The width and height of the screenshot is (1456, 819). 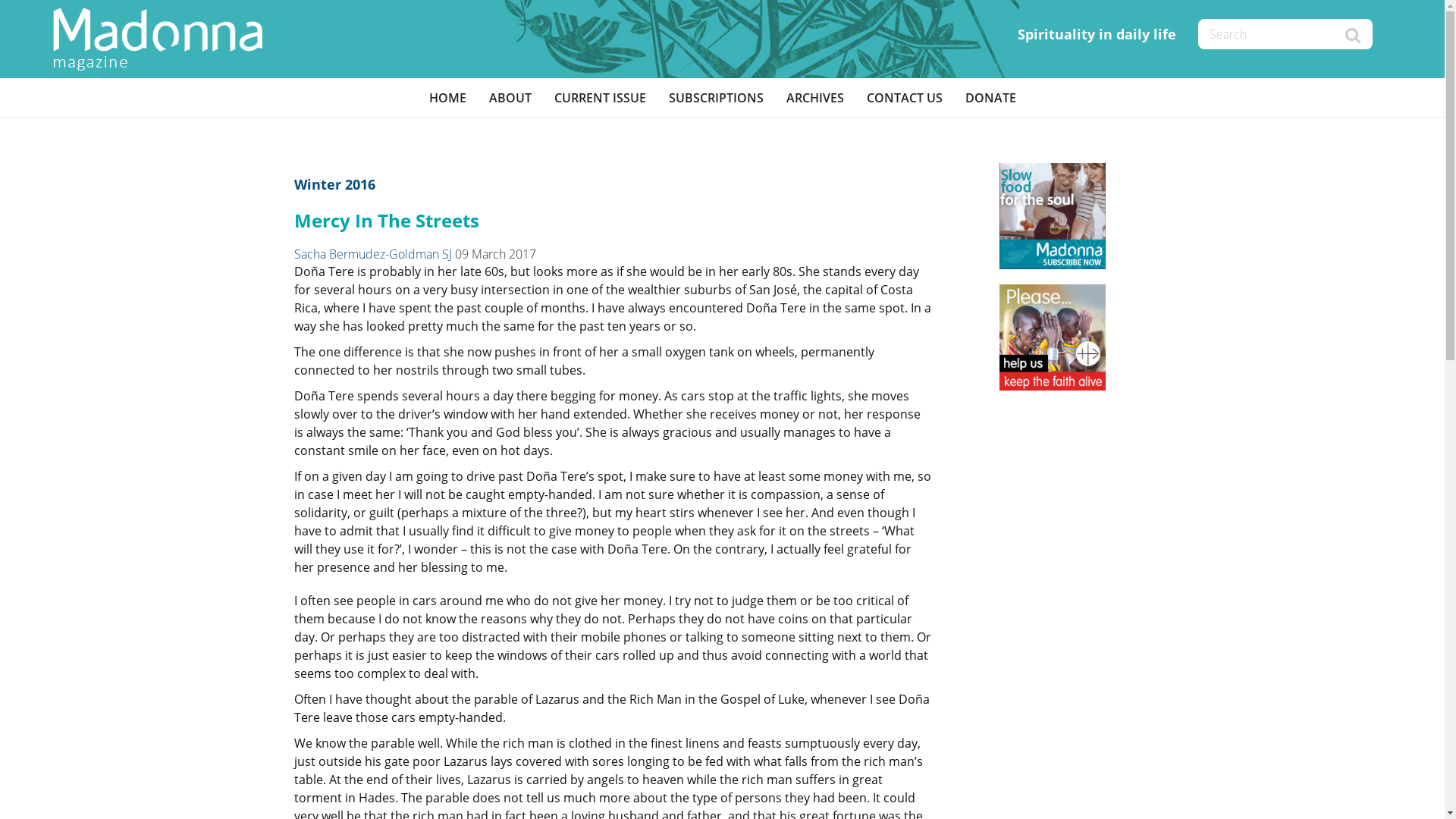 What do you see at coordinates (814, 97) in the screenshot?
I see `'ARCHIVES'` at bounding box center [814, 97].